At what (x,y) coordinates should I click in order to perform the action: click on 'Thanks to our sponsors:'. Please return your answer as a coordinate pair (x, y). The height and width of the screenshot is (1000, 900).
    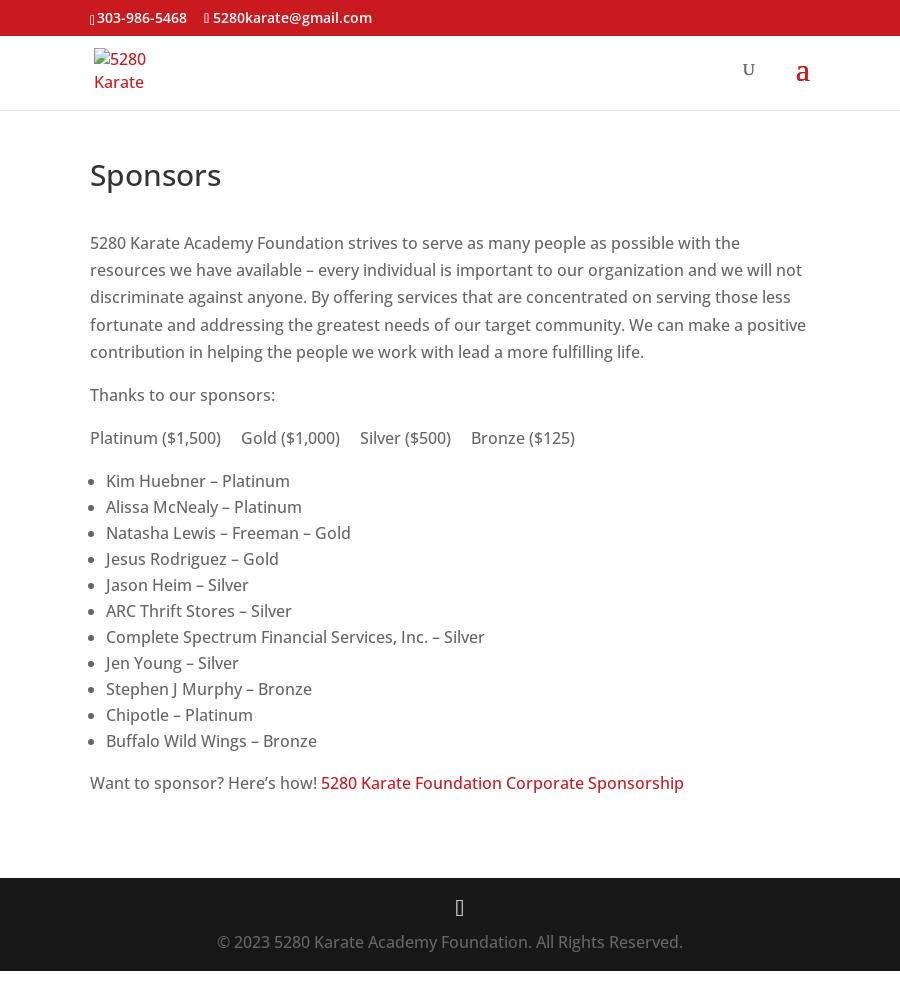
    Looking at the image, I should click on (89, 394).